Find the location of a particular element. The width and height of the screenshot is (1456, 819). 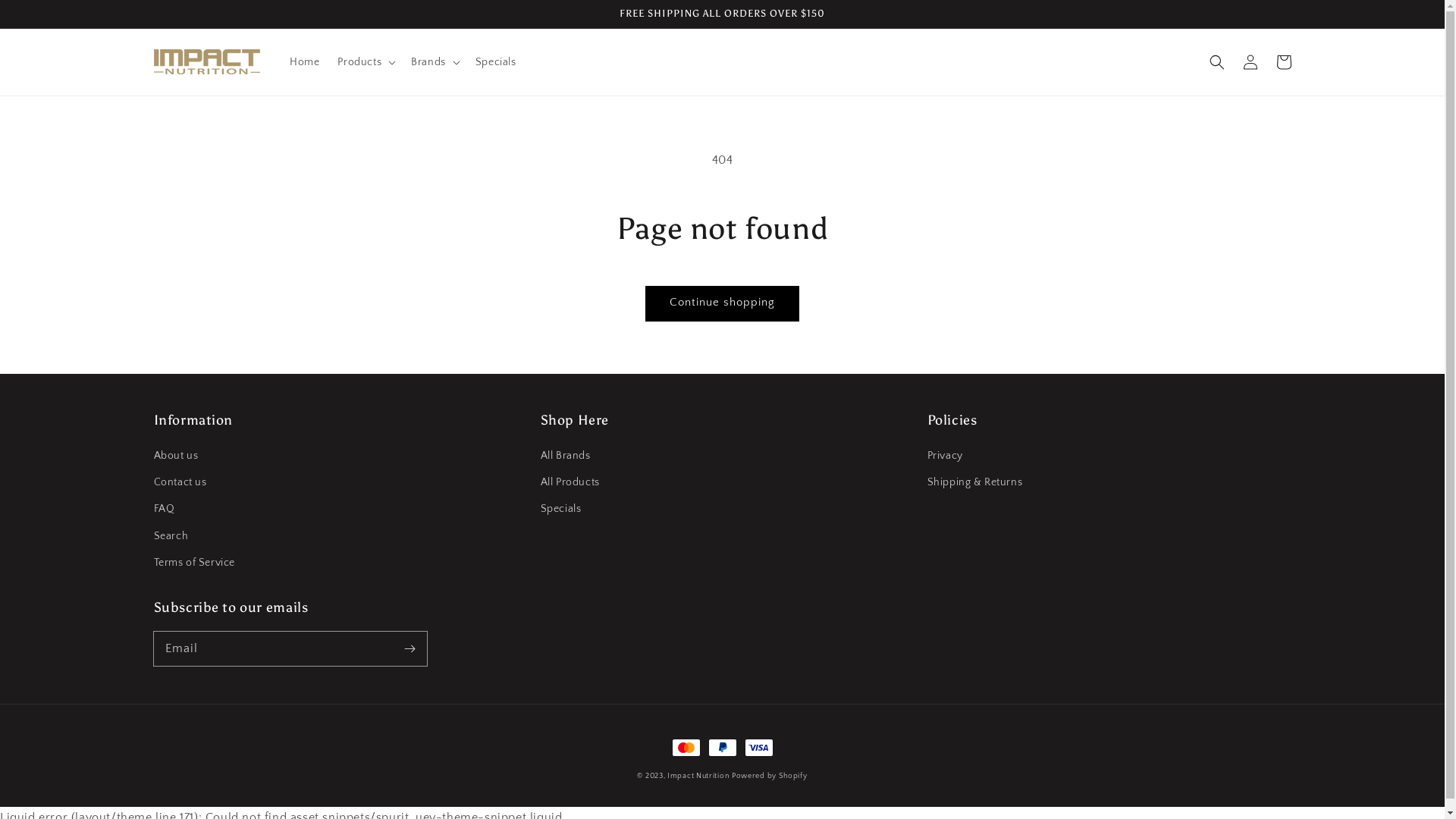

'Impact Nutrition' is located at coordinates (697, 776).